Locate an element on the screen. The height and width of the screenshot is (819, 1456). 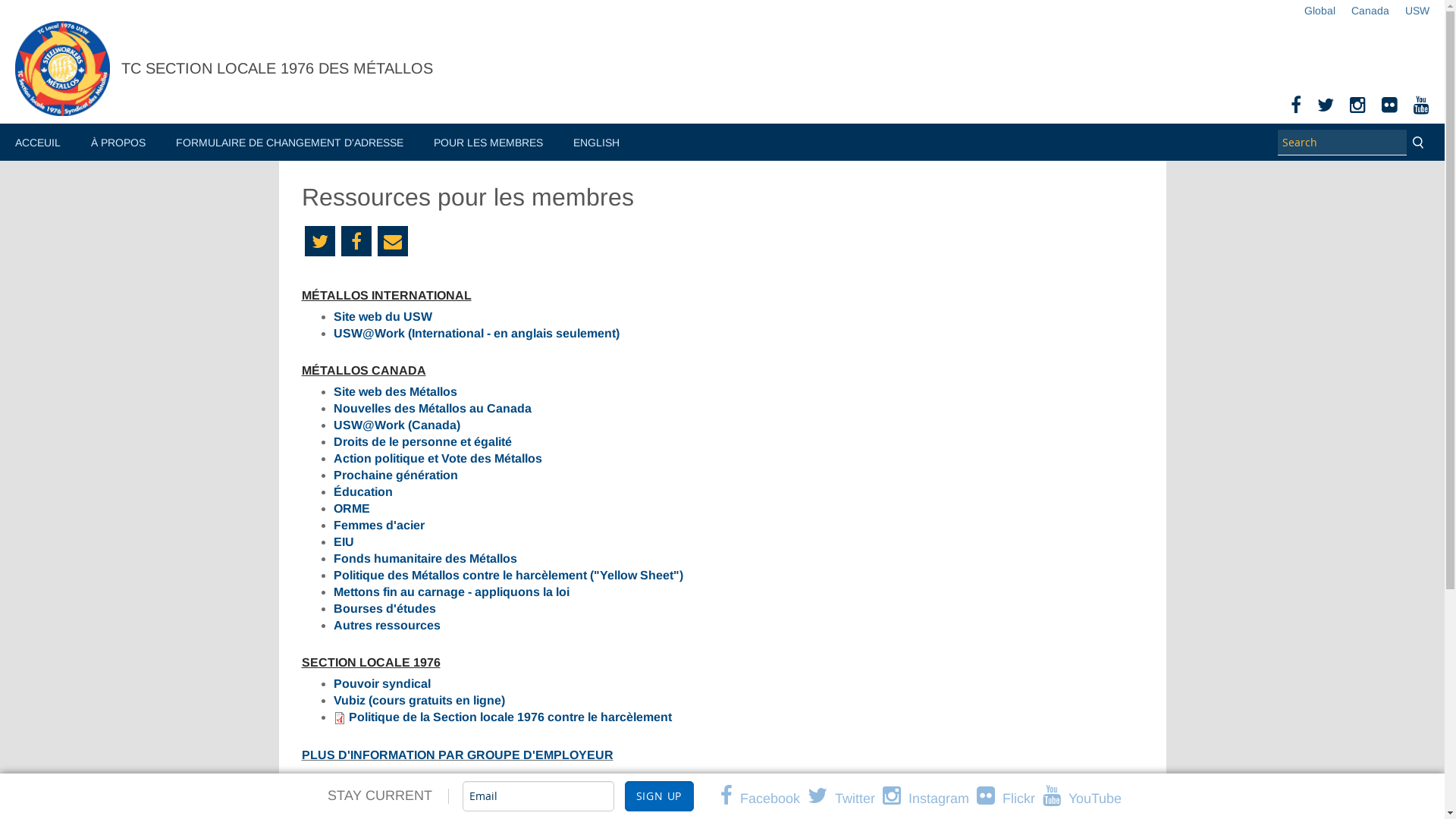
'Sign Up' is located at coordinates (659, 795).